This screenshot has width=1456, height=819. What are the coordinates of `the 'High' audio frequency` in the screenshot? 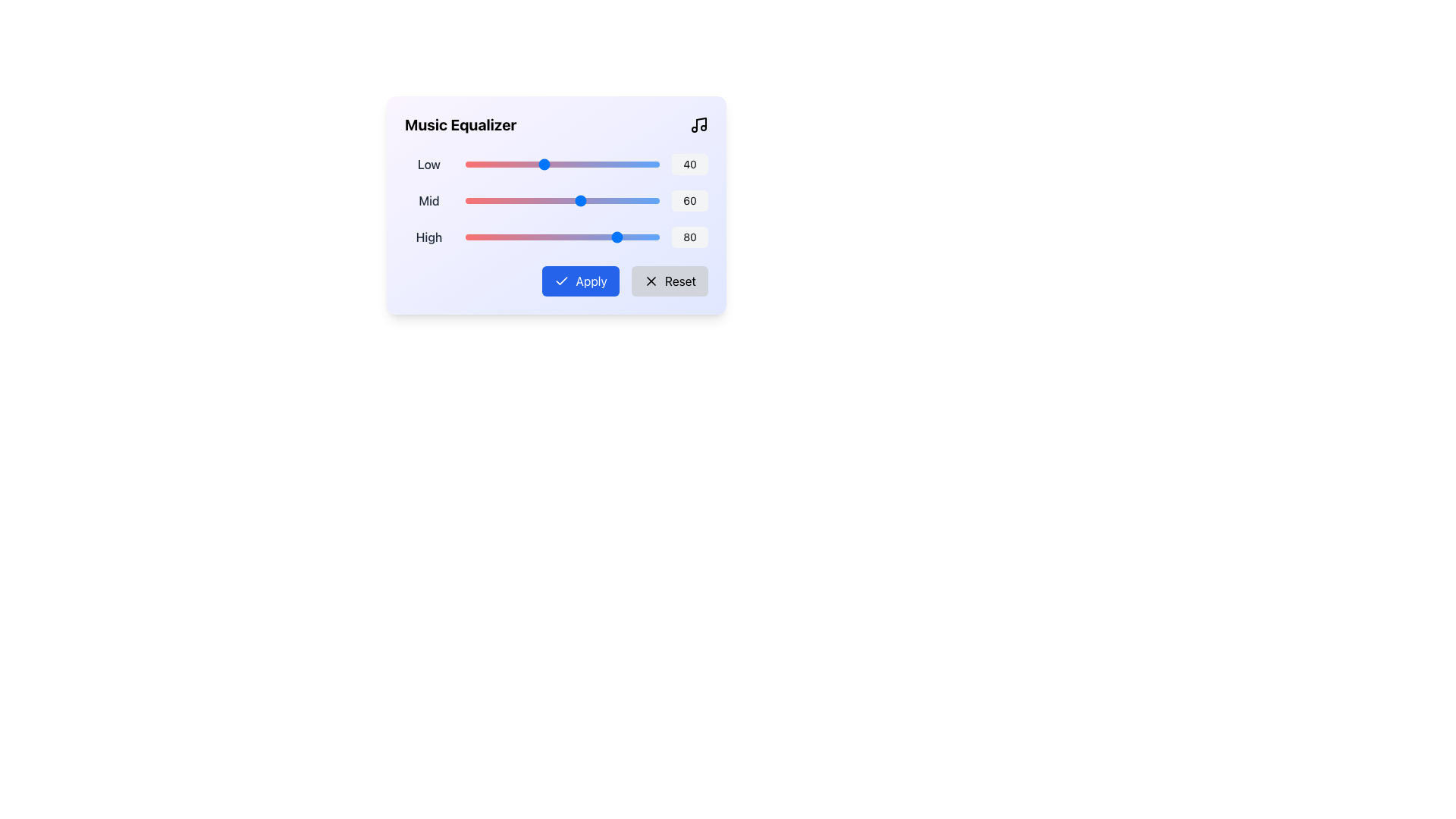 It's located at (488, 237).